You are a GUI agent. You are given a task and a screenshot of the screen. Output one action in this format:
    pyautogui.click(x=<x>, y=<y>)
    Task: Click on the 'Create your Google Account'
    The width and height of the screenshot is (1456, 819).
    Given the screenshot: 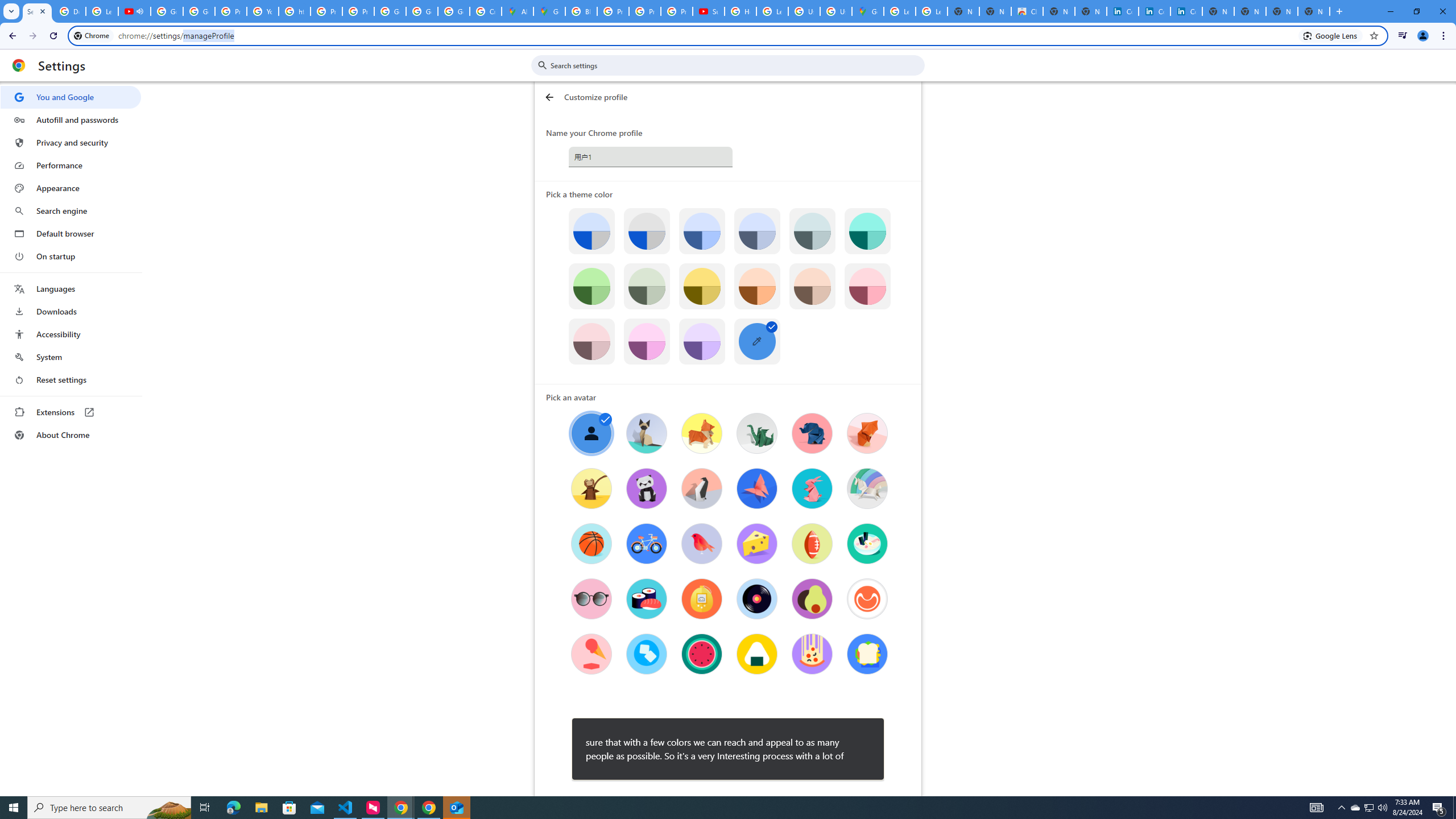 What is the action you would take?
    pyautogui.click(x=485, y=11)
    